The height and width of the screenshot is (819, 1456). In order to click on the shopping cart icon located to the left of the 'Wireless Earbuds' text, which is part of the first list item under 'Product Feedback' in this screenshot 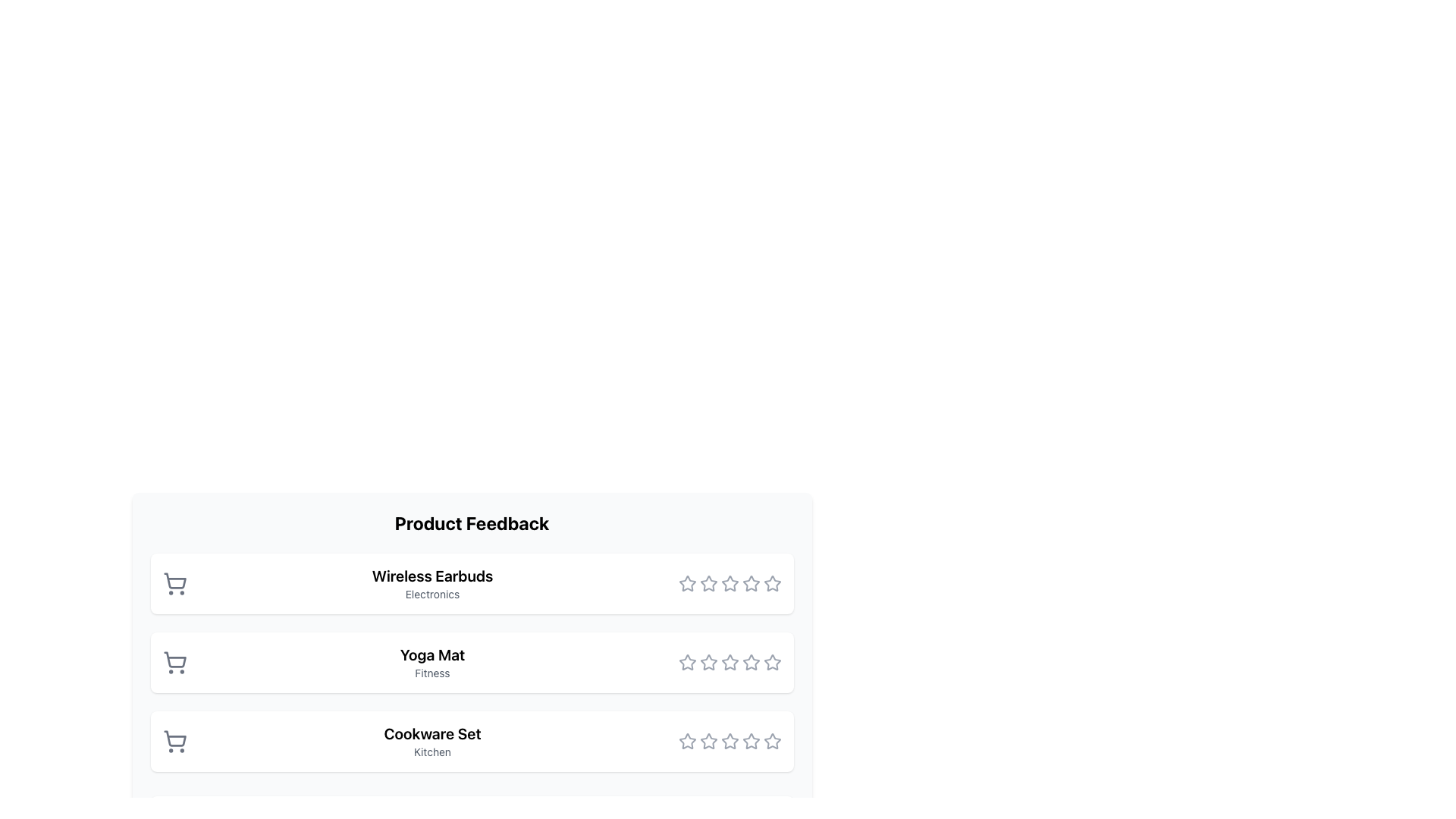, I will do `click(174, 583)`.